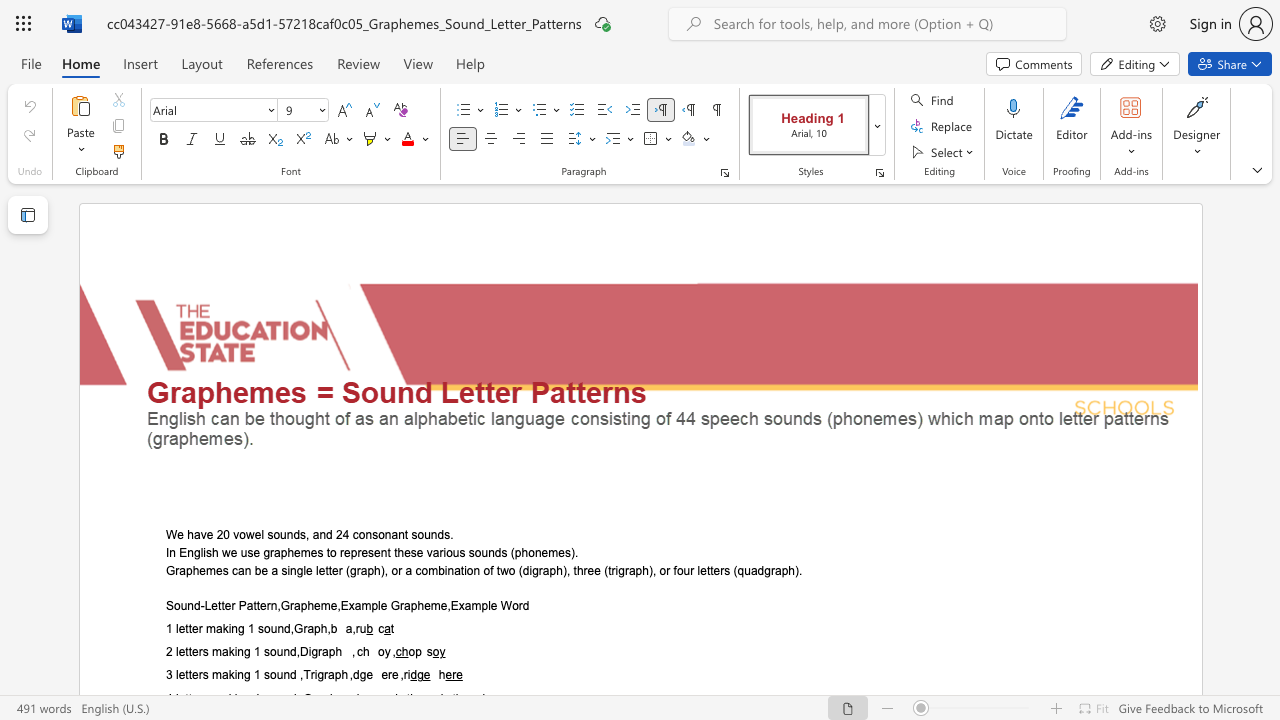 The width and height of the screenshot is (1280, 720). Describe the element at coordinates (249, 552) in the screenshot. I see `the 2th character "s" in the text` at that location.